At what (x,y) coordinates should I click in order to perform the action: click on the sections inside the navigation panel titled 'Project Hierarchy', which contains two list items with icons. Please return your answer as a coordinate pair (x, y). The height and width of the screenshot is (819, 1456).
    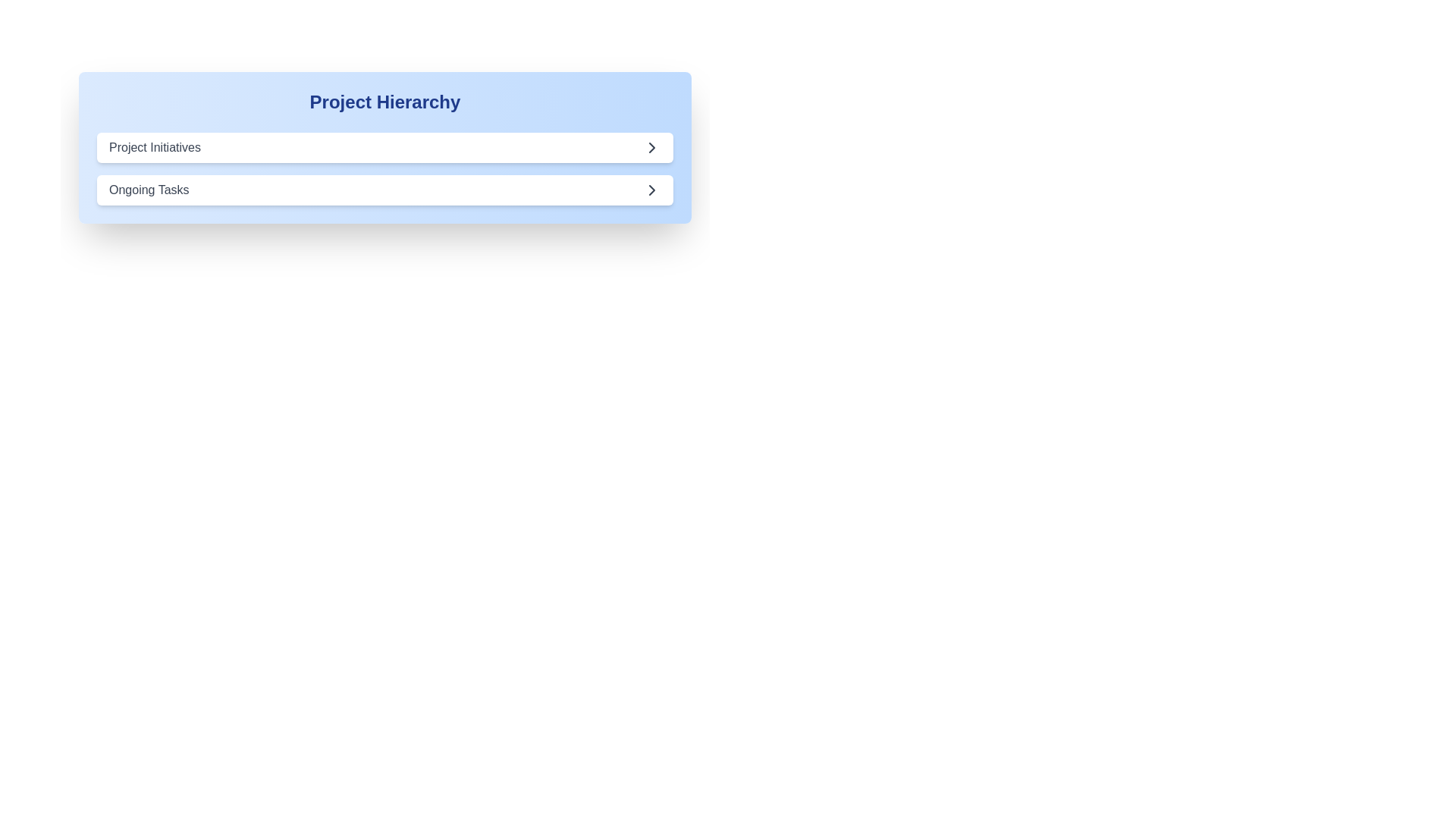
    Looking at the image, I should click on (385, 169).